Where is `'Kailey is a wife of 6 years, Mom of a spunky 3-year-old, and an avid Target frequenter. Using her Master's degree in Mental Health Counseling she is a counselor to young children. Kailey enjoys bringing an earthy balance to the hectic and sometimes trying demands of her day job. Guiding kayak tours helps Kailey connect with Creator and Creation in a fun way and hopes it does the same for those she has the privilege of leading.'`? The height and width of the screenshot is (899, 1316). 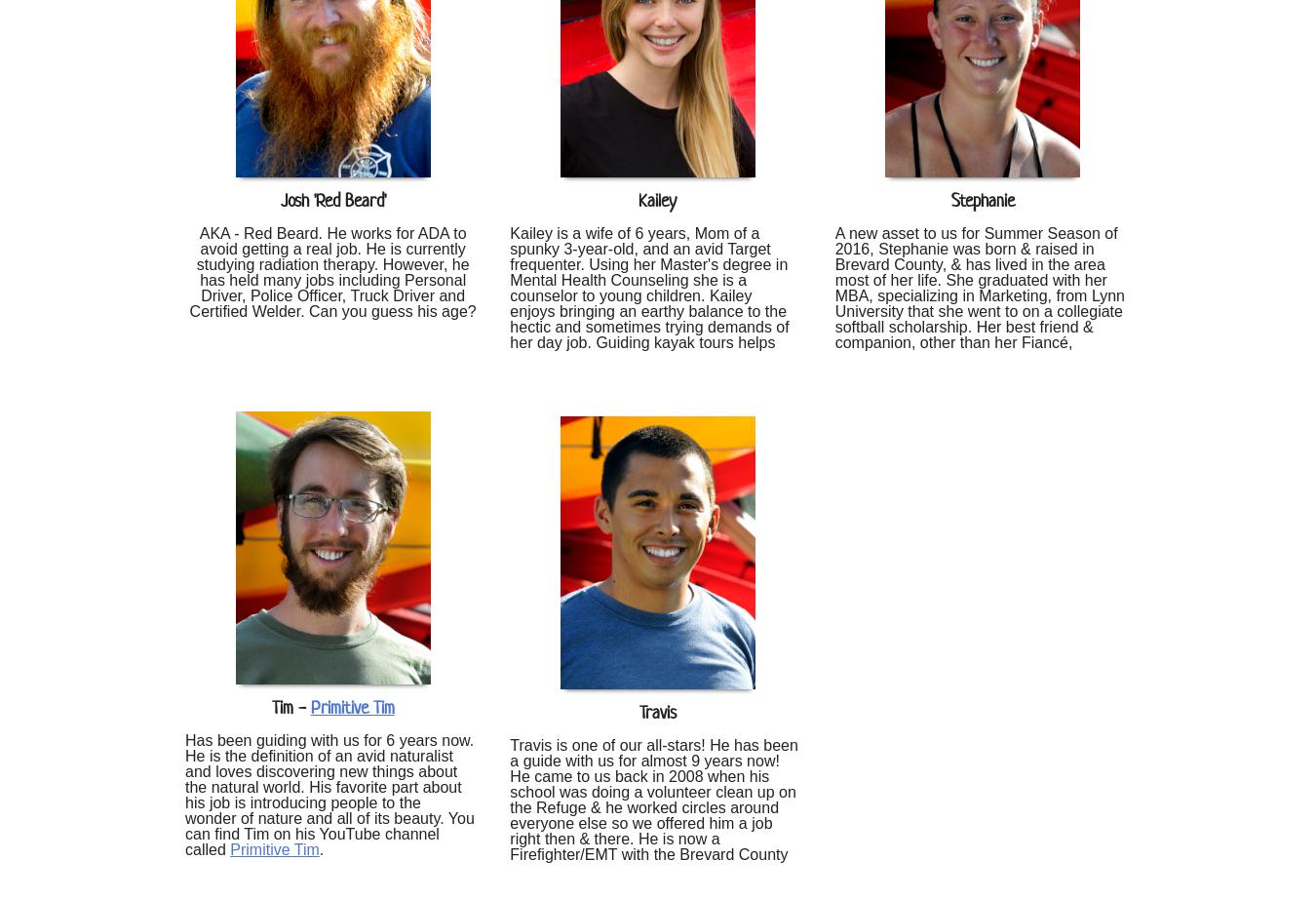
'Kailey is a wife of 6 years, Mom of a spunky 3-year-old, and an avid Target frequenter. Using her Master's degree in Mental Health Counseling she is a counselor to young children. Kailey enjoys bringing an earthy balance to the hectic and sometimes trying demands of her day job. Guiding kayak tours helps Kailey connect with Creator and Creation in a fun way and hopes it does the same for those she has the privilege of leading.' is located at coordinates (652, 309).